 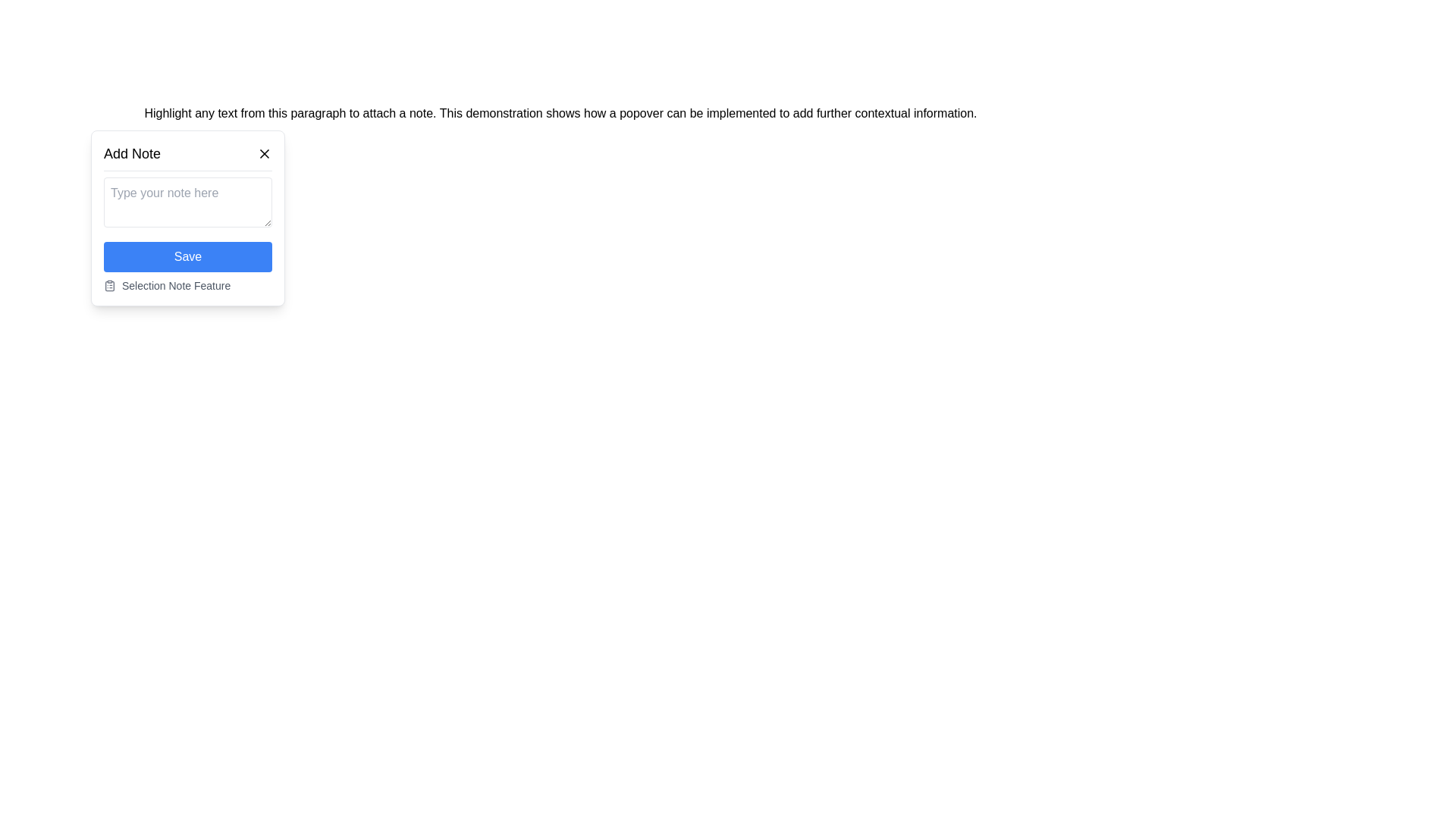 What do you see at coordinates (187, 256) in the screenshot?
I see `the 'Save' button with a blue background and white text in the 'Add Note' modal to change its background color` at bounding box center [187, 256].